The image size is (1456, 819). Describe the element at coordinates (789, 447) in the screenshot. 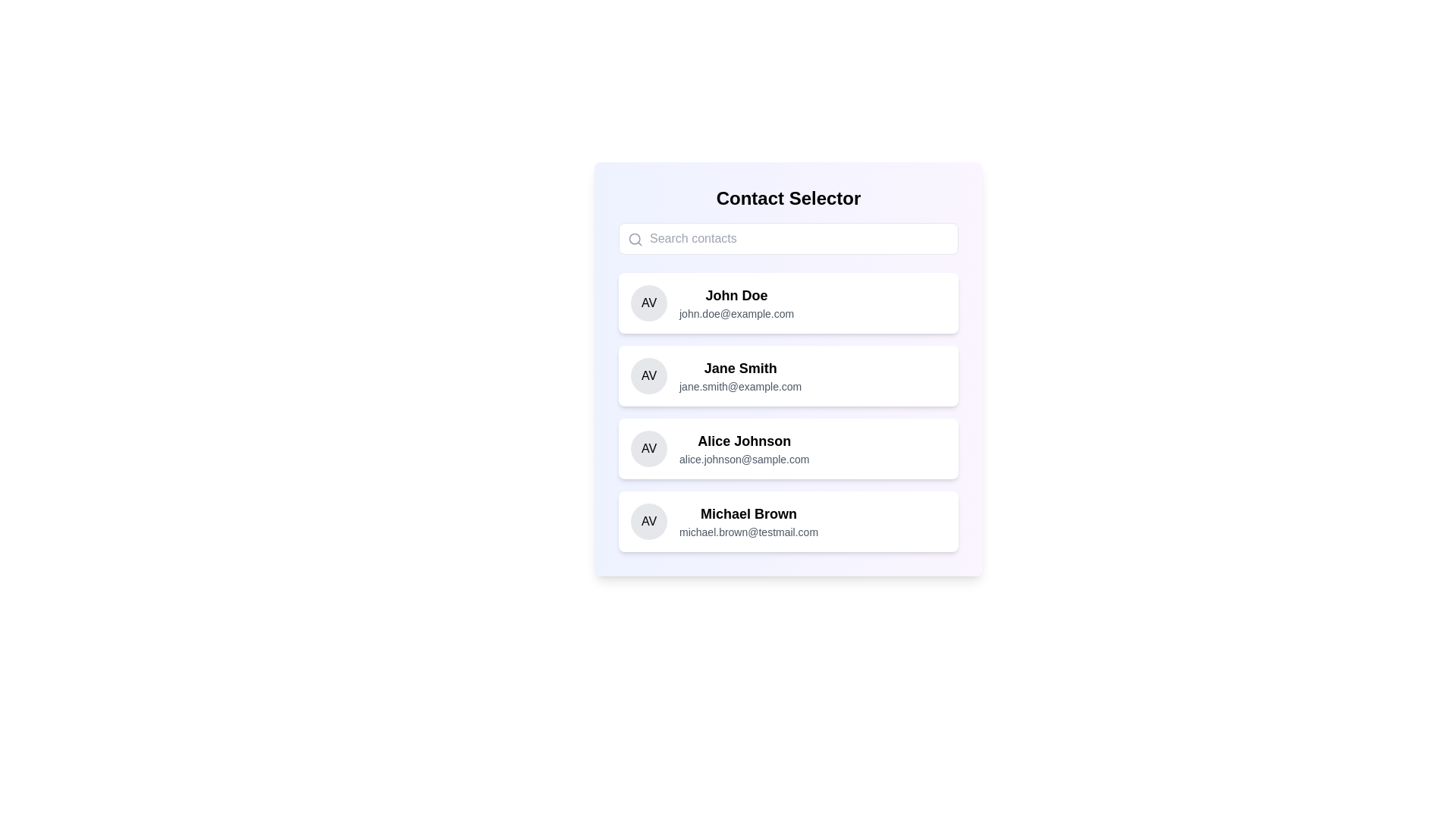

I see `the contact entry card representing the third item in the vertically stacked list` at that location.